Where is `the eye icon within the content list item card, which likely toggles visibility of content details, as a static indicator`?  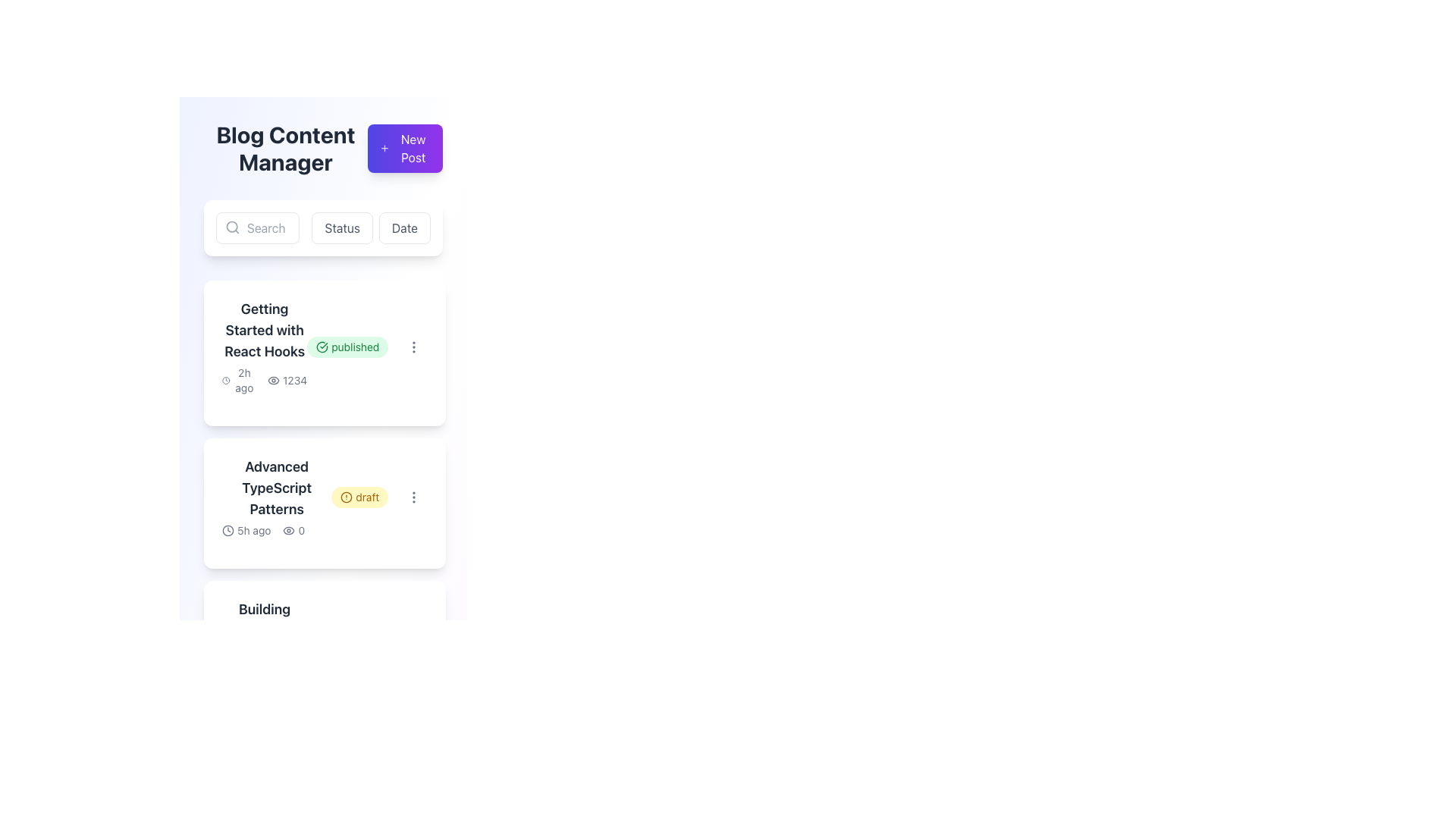
the eye icon within the content list item card, which likely toggles visibility of content details, as a static indicator is located at coordinates (289, 529).